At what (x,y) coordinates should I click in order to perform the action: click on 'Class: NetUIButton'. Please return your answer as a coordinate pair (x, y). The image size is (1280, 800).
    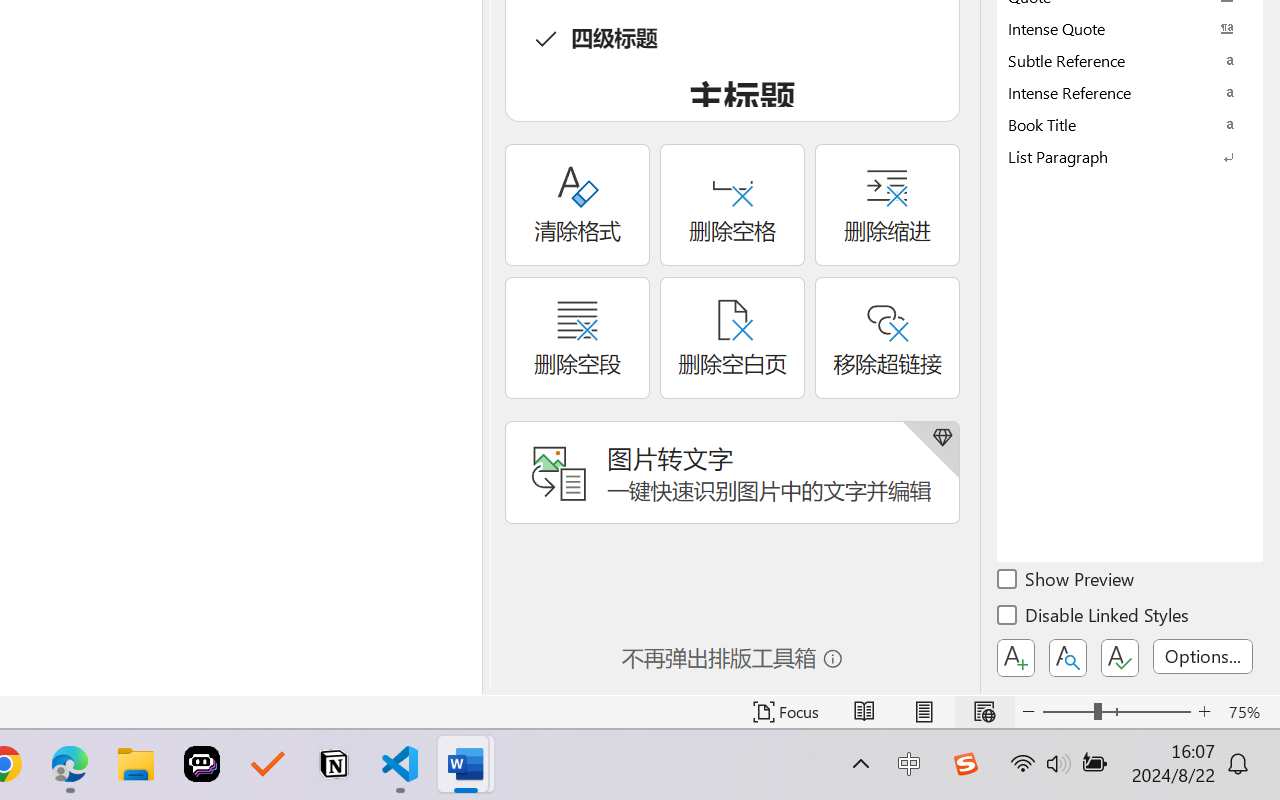
    Looking at the image, I should click on (1120, 657).